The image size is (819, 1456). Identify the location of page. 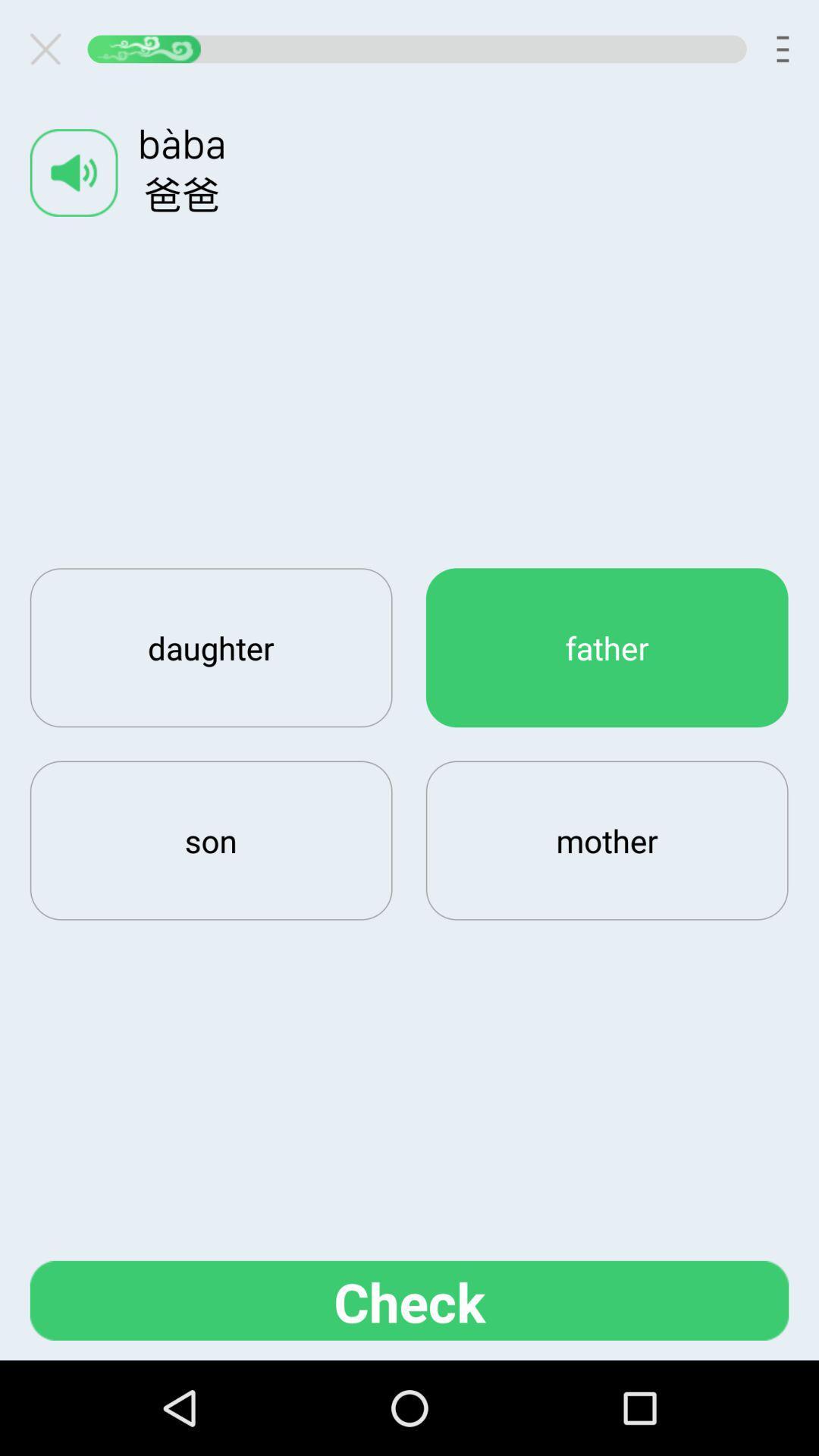
(51, 49).